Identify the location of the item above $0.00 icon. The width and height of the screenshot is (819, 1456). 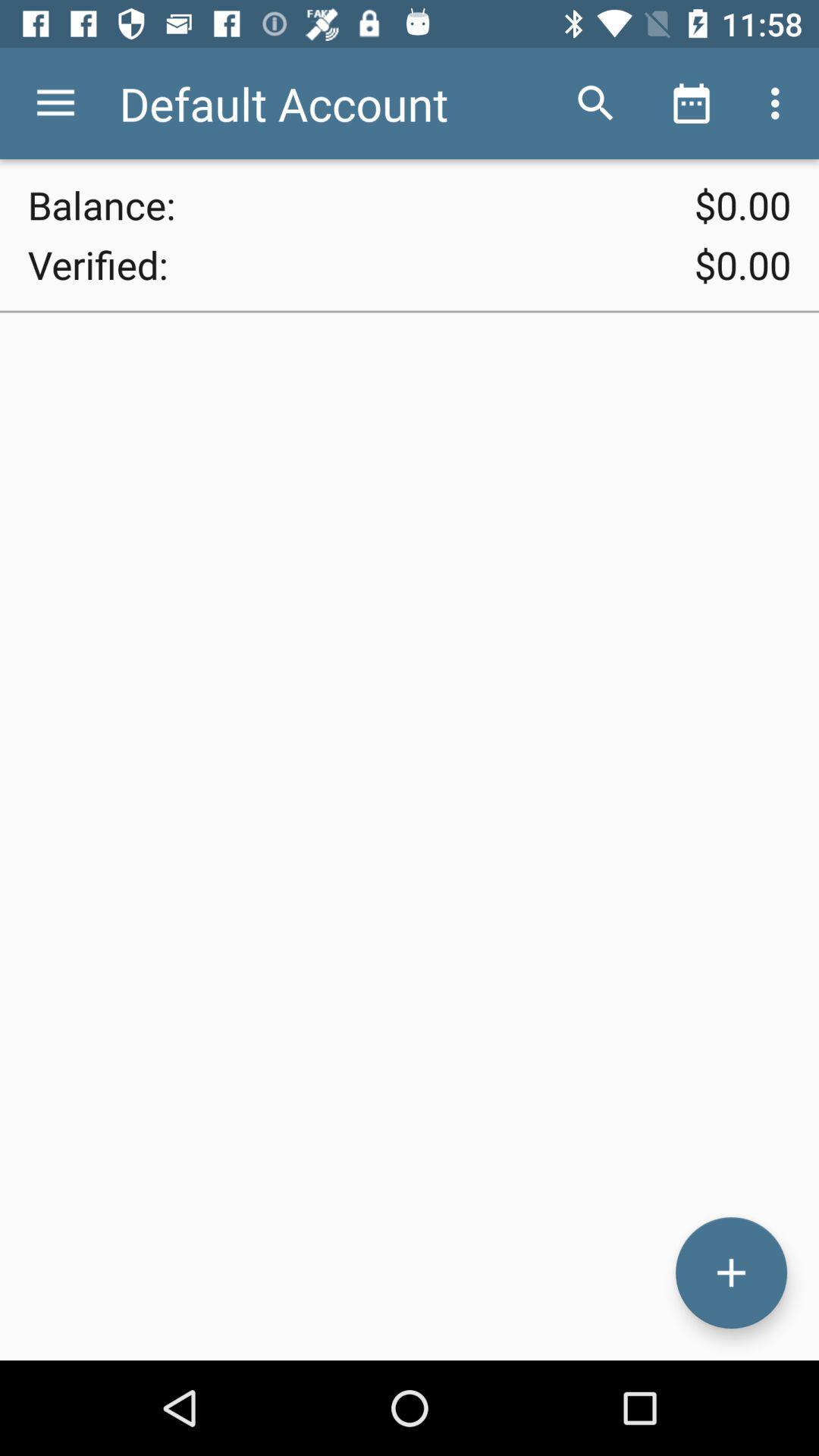
(691, 102).